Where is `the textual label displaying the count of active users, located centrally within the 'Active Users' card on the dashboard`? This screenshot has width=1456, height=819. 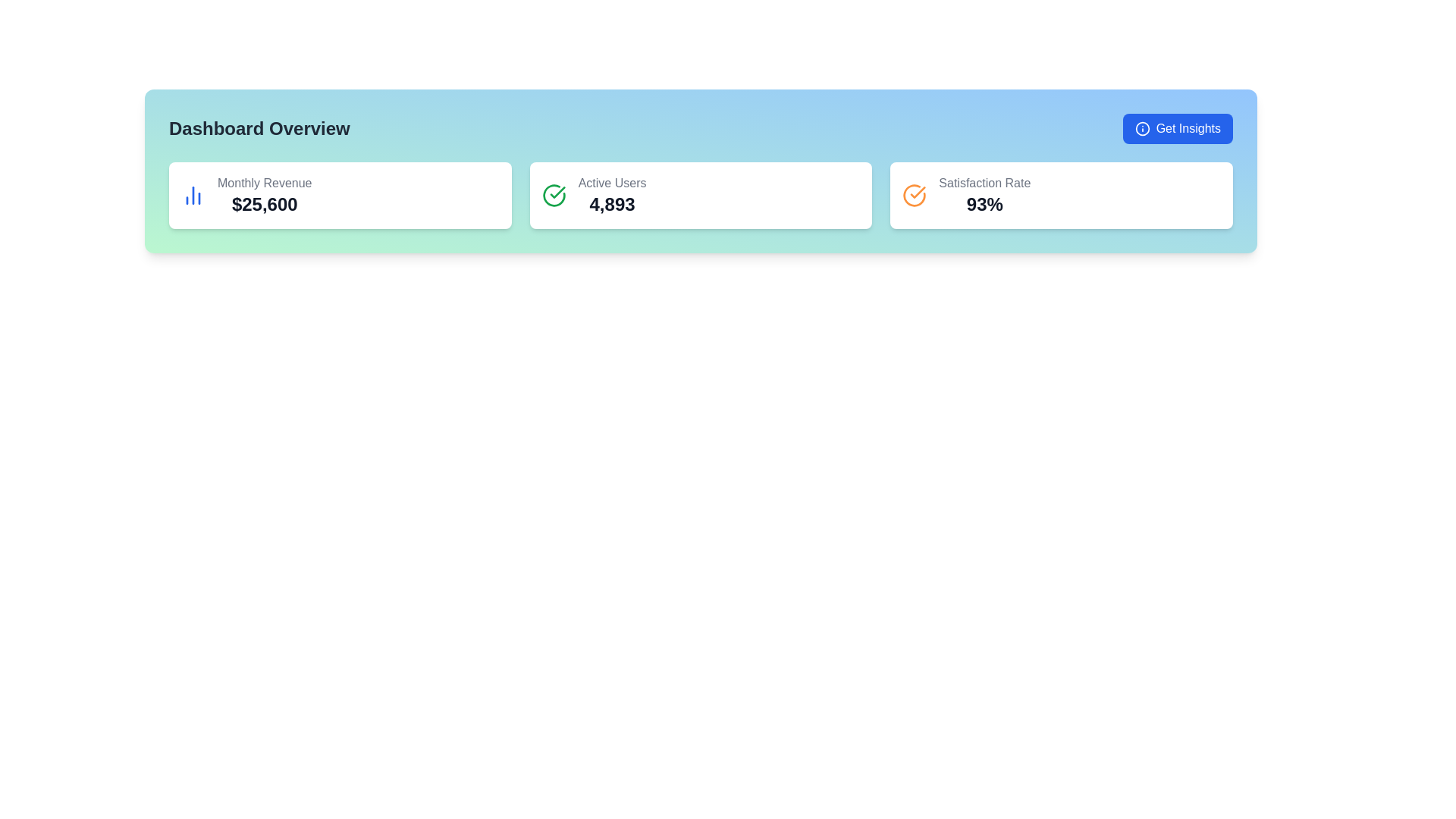 the textual label displaying the count of active users, located centrally within the 'Active Users' card on the dashboard is located at coordinates (612, 205).